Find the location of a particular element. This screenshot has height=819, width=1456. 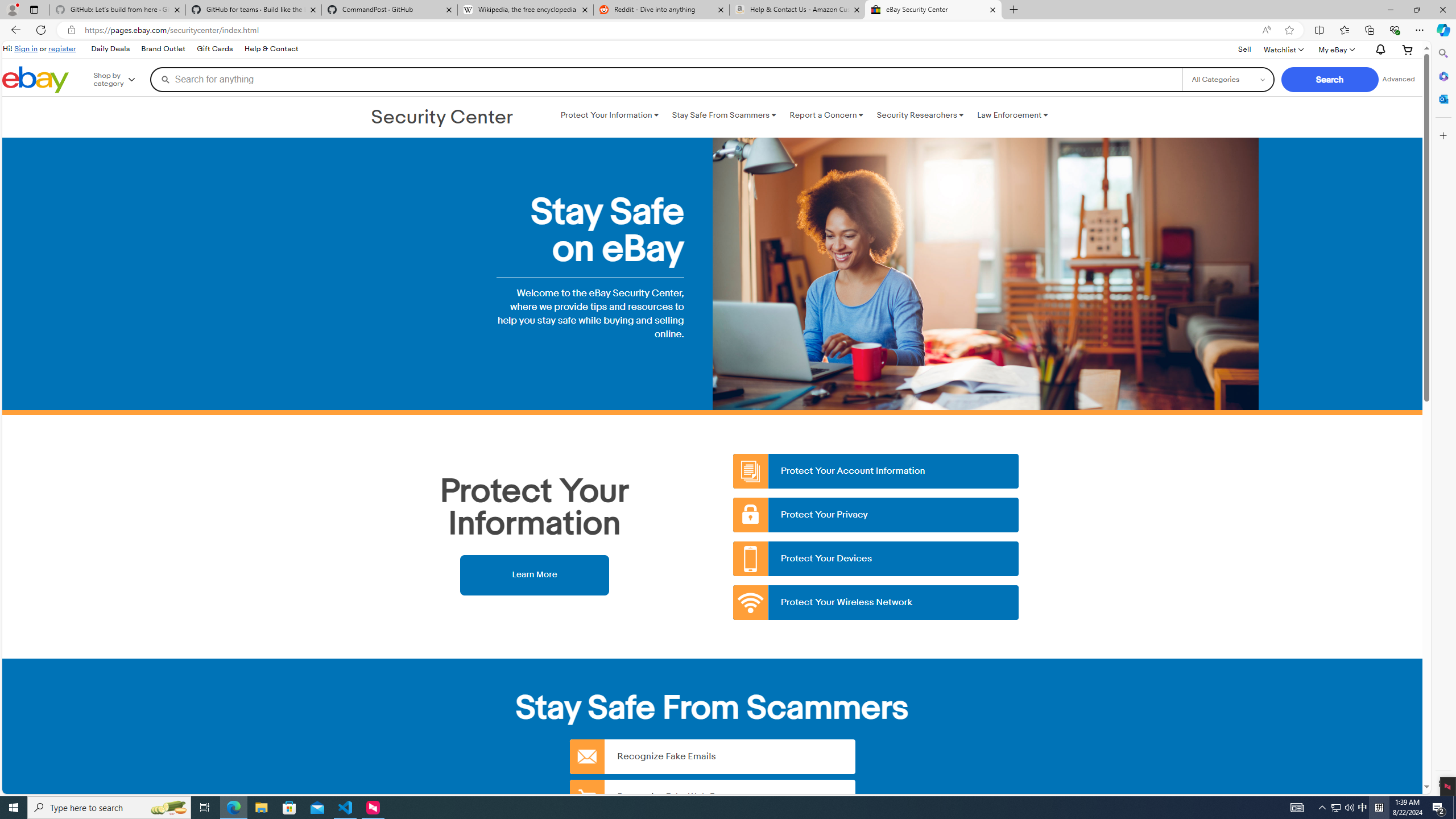

'Reddit - Dive into anything' is located at coordinates (660, 9).